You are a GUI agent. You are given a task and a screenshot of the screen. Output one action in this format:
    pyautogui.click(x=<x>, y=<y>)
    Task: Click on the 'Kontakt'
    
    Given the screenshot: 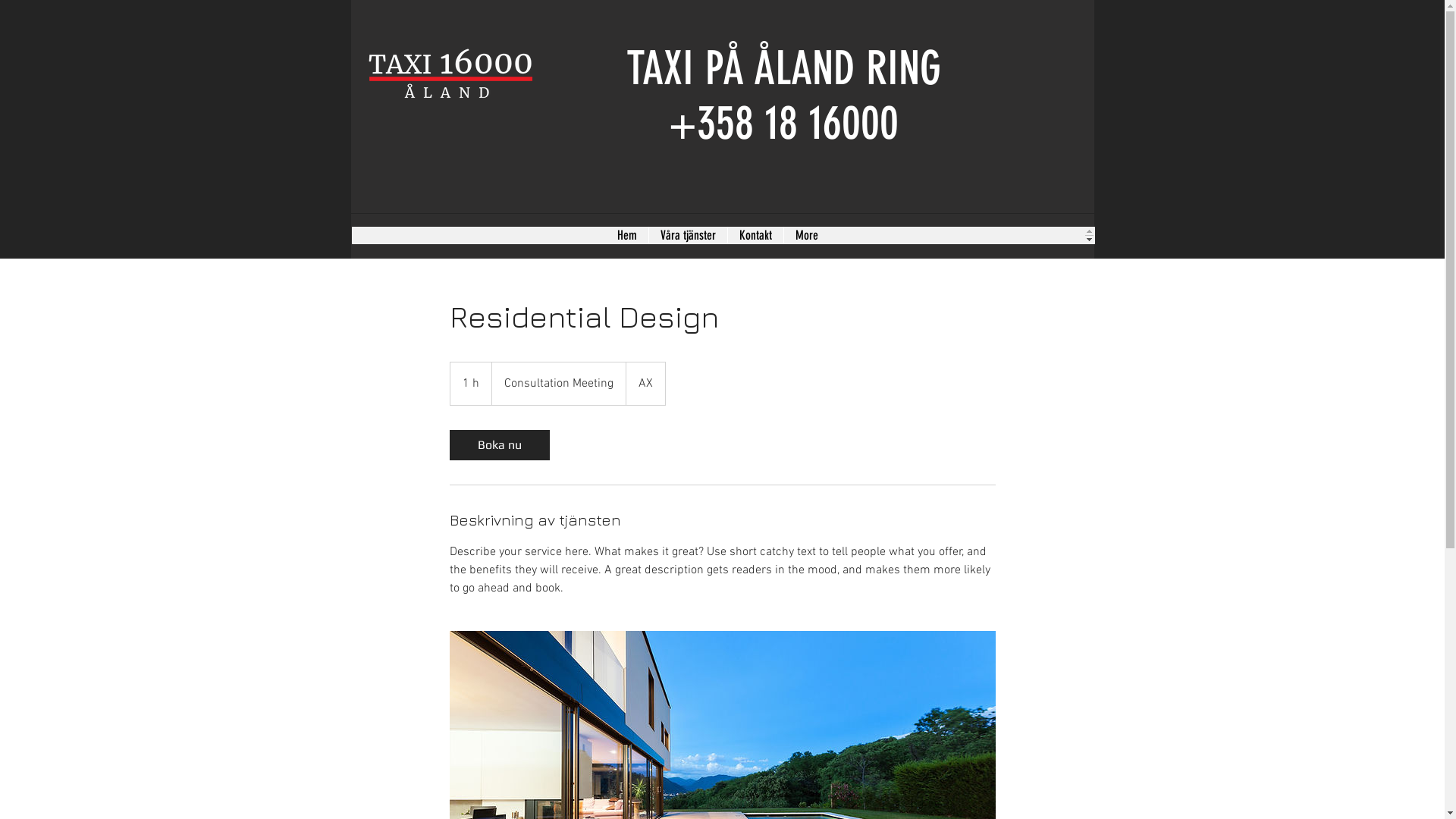 What is the action you would take?
    pyautogui.click(x=754, y=235)
    